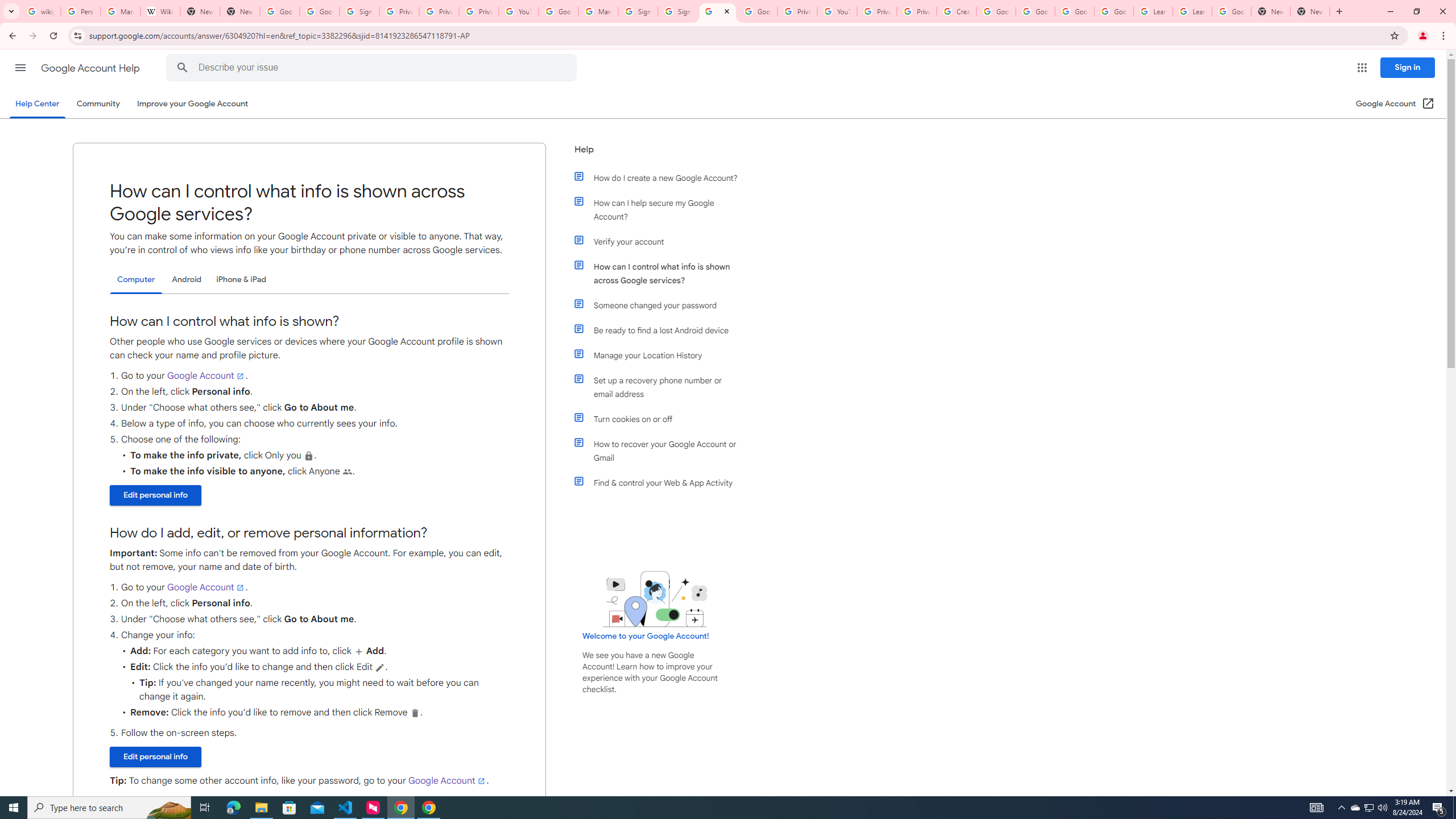 The image size is (1456, 819). I want to click on 'Sign in - Google Accounts', so click(677, 11).